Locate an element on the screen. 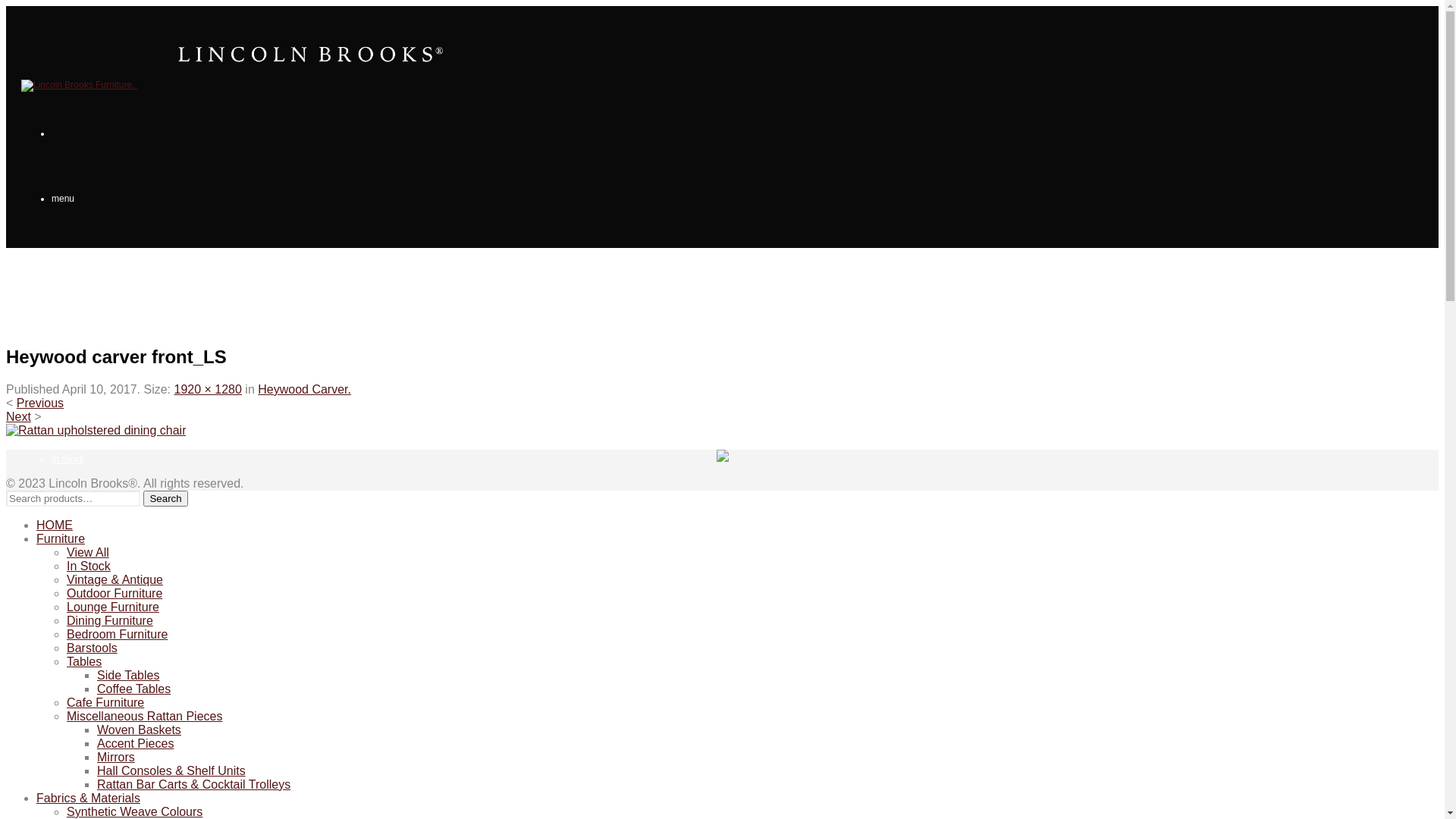 The width and height of the screenshot is (1456, 819). 'Coffee Tables' is located at coordinates (133, 689).